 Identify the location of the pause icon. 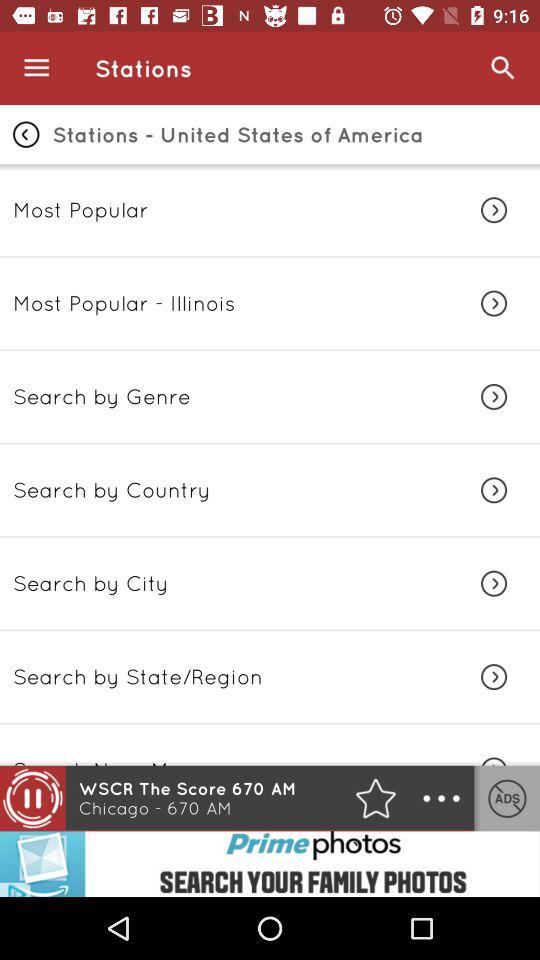
(31, 798).